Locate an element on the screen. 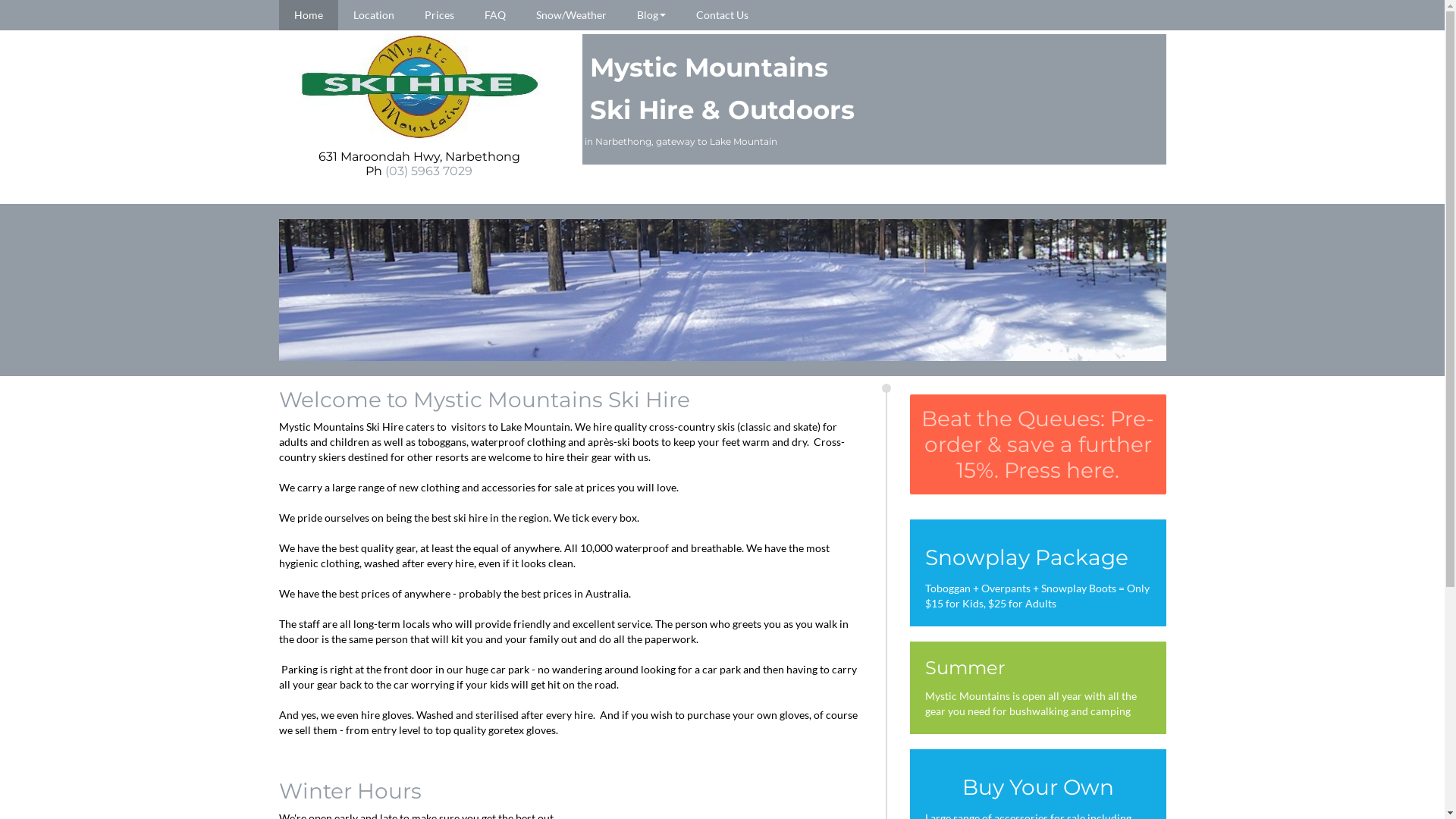 Image resolution: width=1456 pixels, height=819 pixels. 'Location' is located at coordinates (374, 14).